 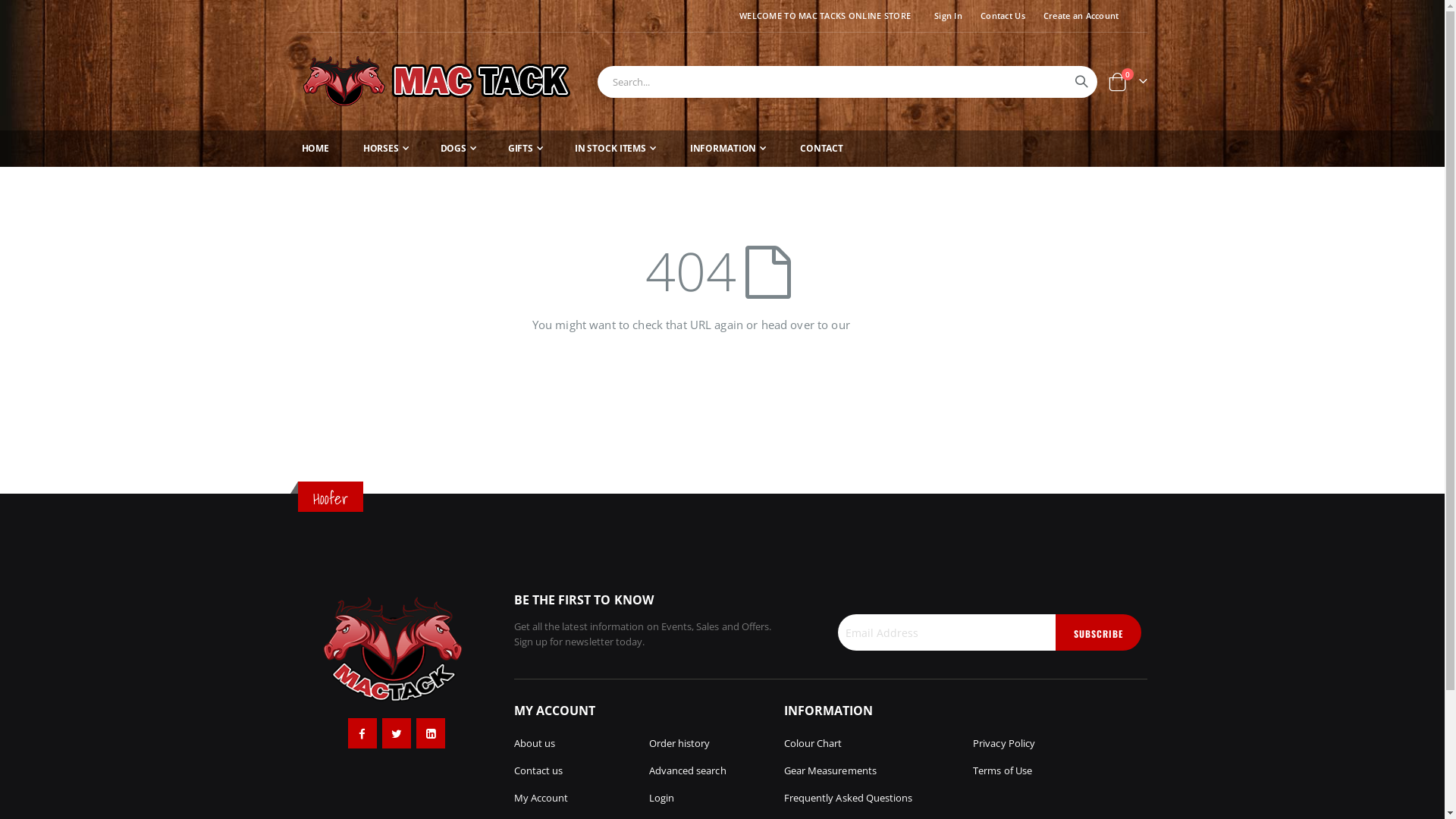 What do you see at coordinates (999, 15) in the screenshot?
I see `'Contact Us'` at bounding box center [999, 15].